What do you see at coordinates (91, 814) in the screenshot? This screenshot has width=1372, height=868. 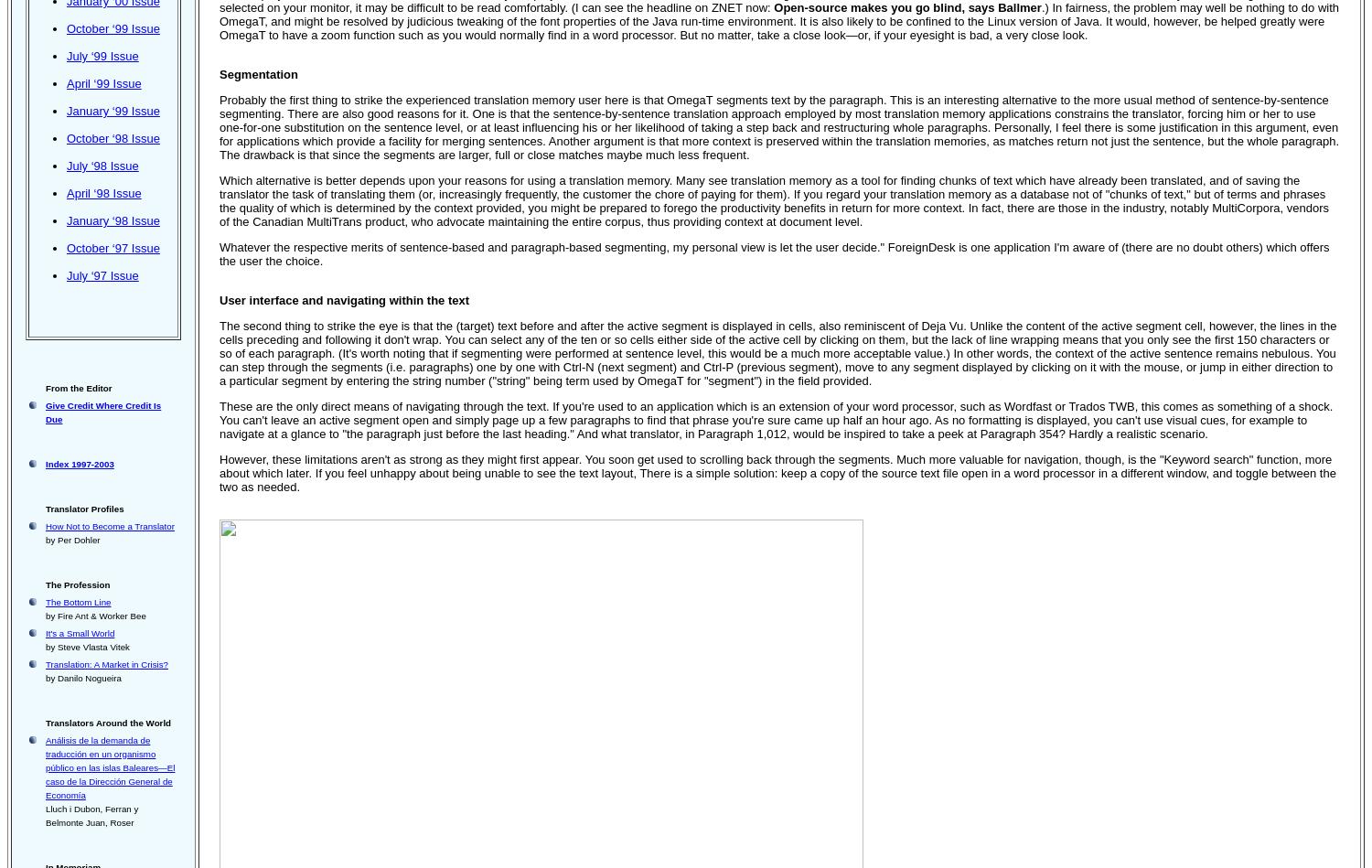 I see `'Lluch i Dubon, Ferran y Belmonte Juan, Roser'` at bounding box center [91, 814].